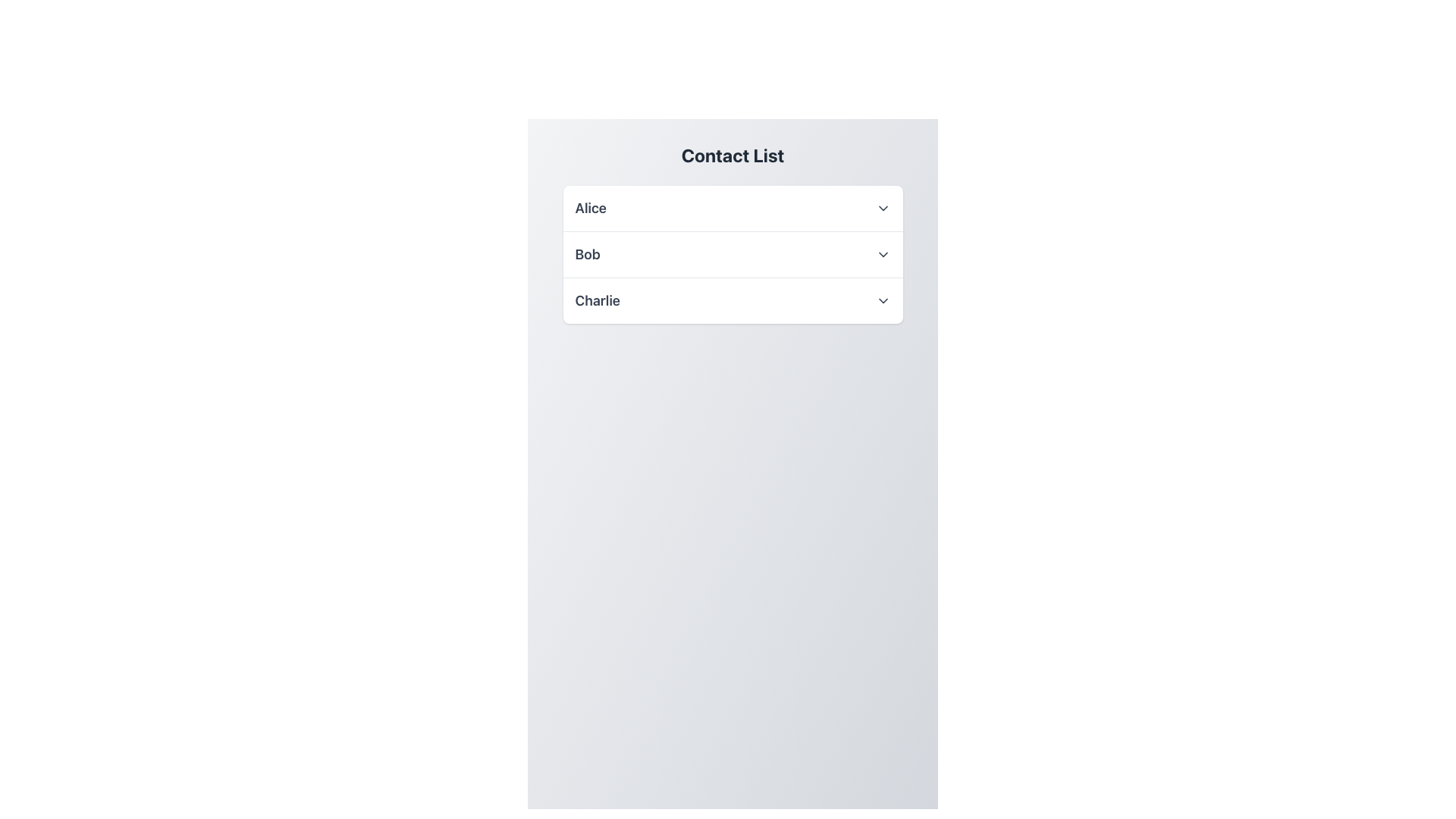  What do you see at coordinates (733, 253) in the screenshot?
I see `the interactive dropdown menu item labeled 'Bob'` at bounding box center [733, 253].